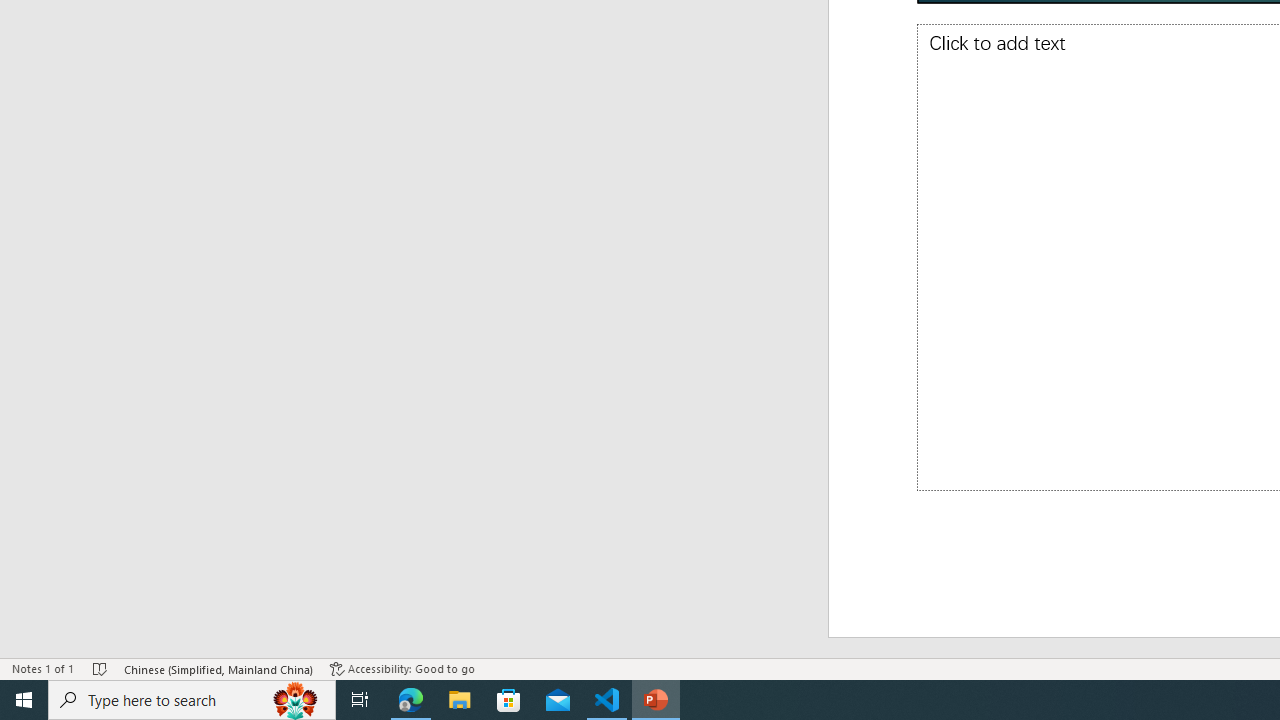 The width and height of the screenshot is (1280, 720). What do you see at coordinates (99, 669) in the screenshot?
I see `'Spell Check No Errors'` at bounding box center [99, 669].